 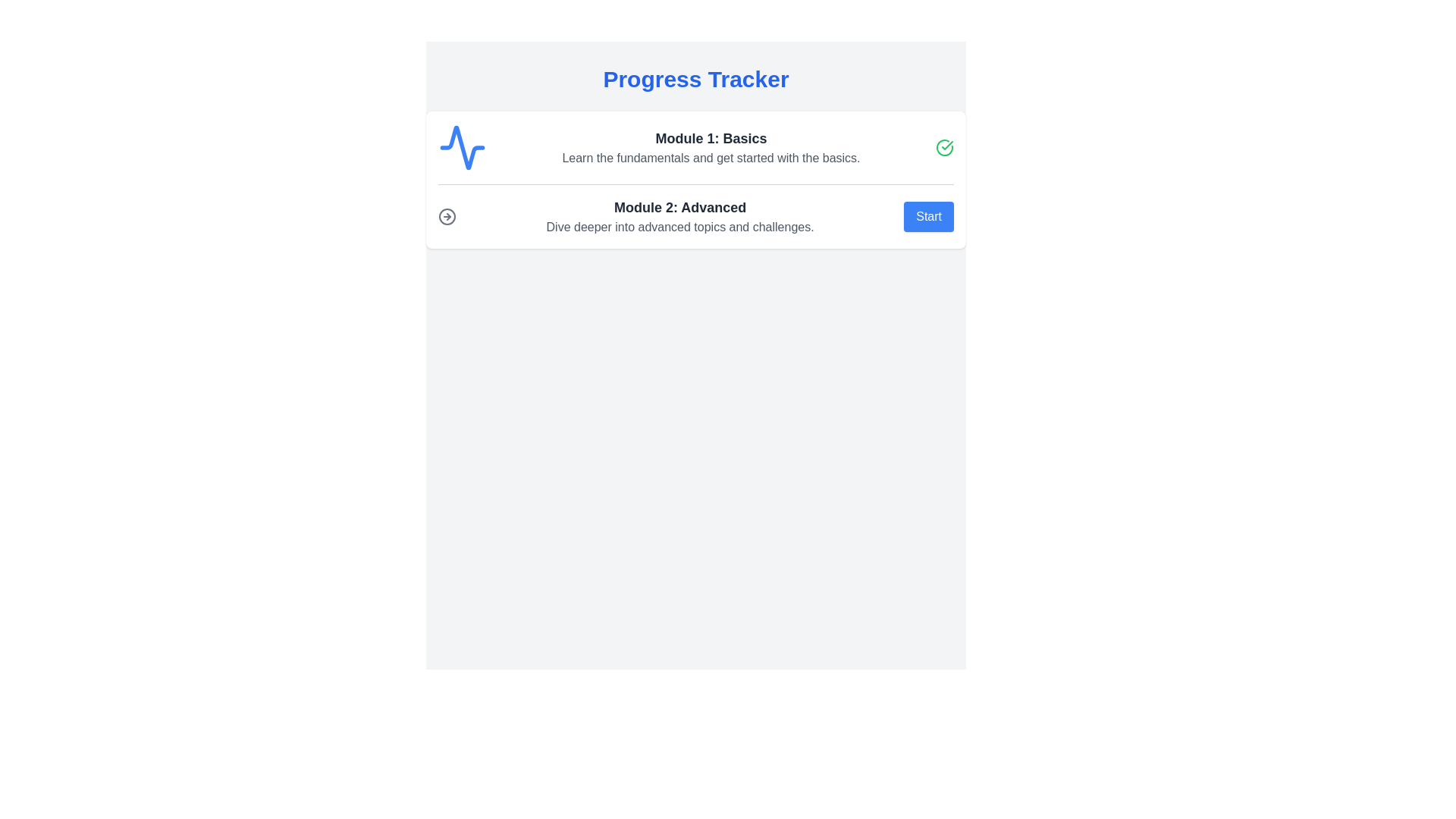 What do you see at coordinates (679, 216) in the screenshot?
I see `the text block that describes 'Module 2: Advanced', located in the middle section of the progress tracker, between 'Module 1: Basics' and the 'Start' button` at bounding box center [679, 216].